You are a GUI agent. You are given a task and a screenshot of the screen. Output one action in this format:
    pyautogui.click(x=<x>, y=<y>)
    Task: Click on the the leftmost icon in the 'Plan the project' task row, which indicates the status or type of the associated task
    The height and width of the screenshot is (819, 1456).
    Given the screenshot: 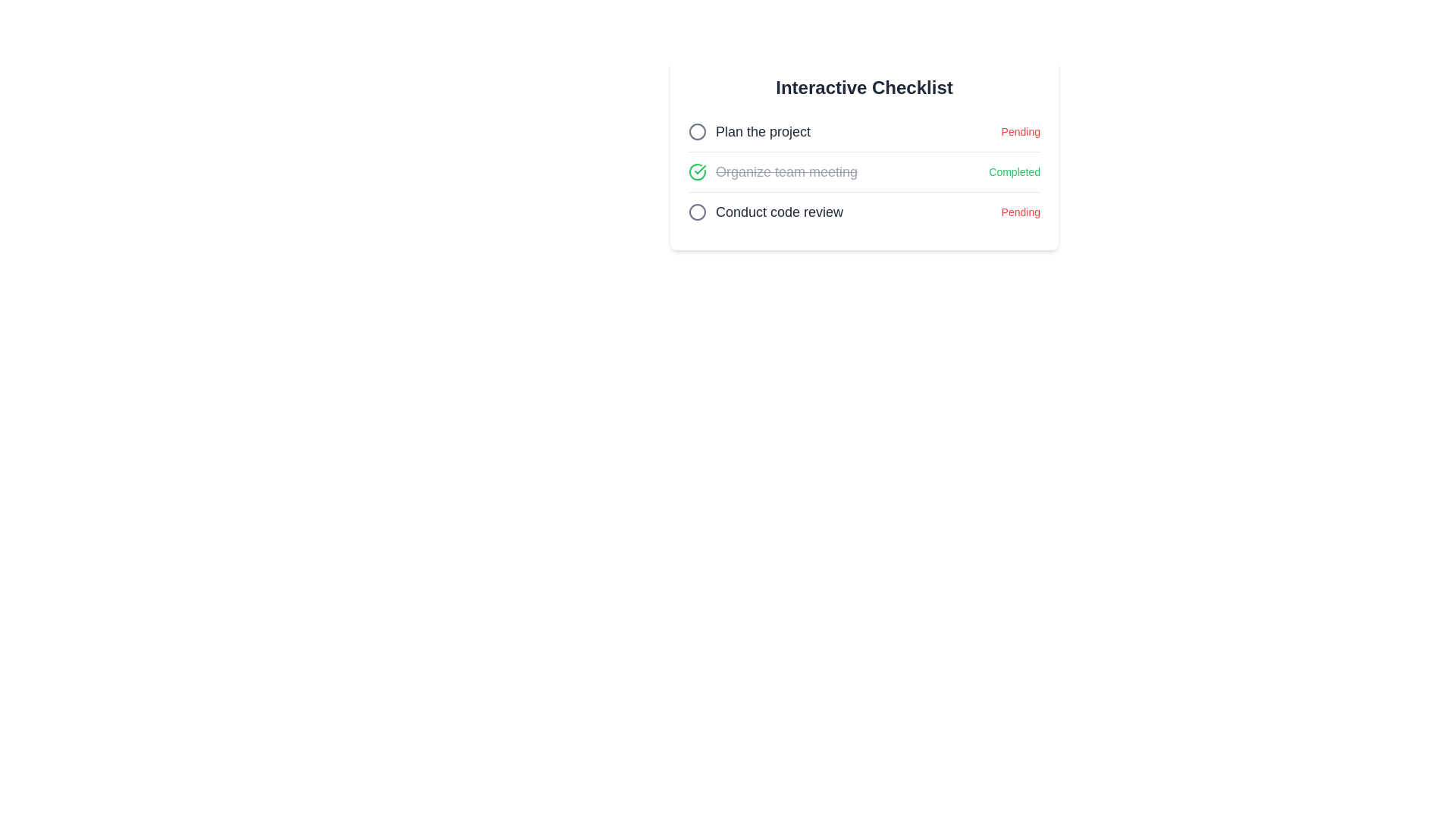 What is the action you would take?
    pyautogui.click(x=697, y=130)
    